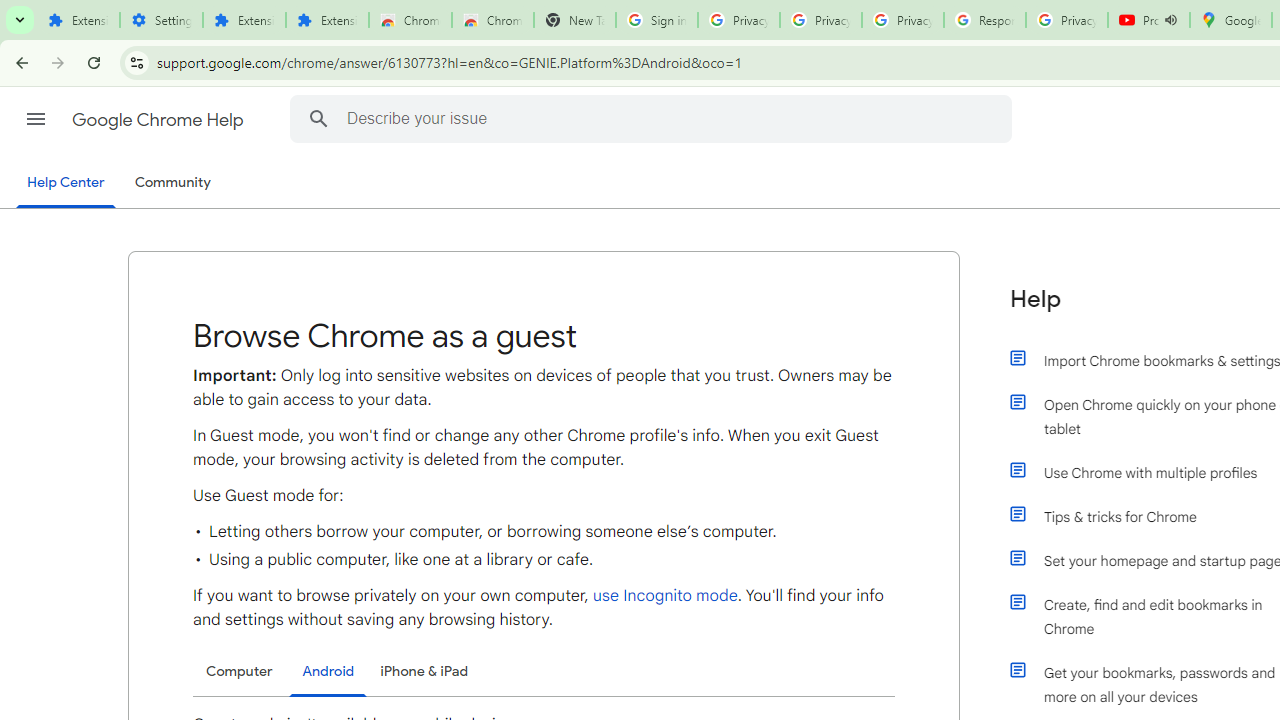  I want to click on 'Computer', so click(239, 671).